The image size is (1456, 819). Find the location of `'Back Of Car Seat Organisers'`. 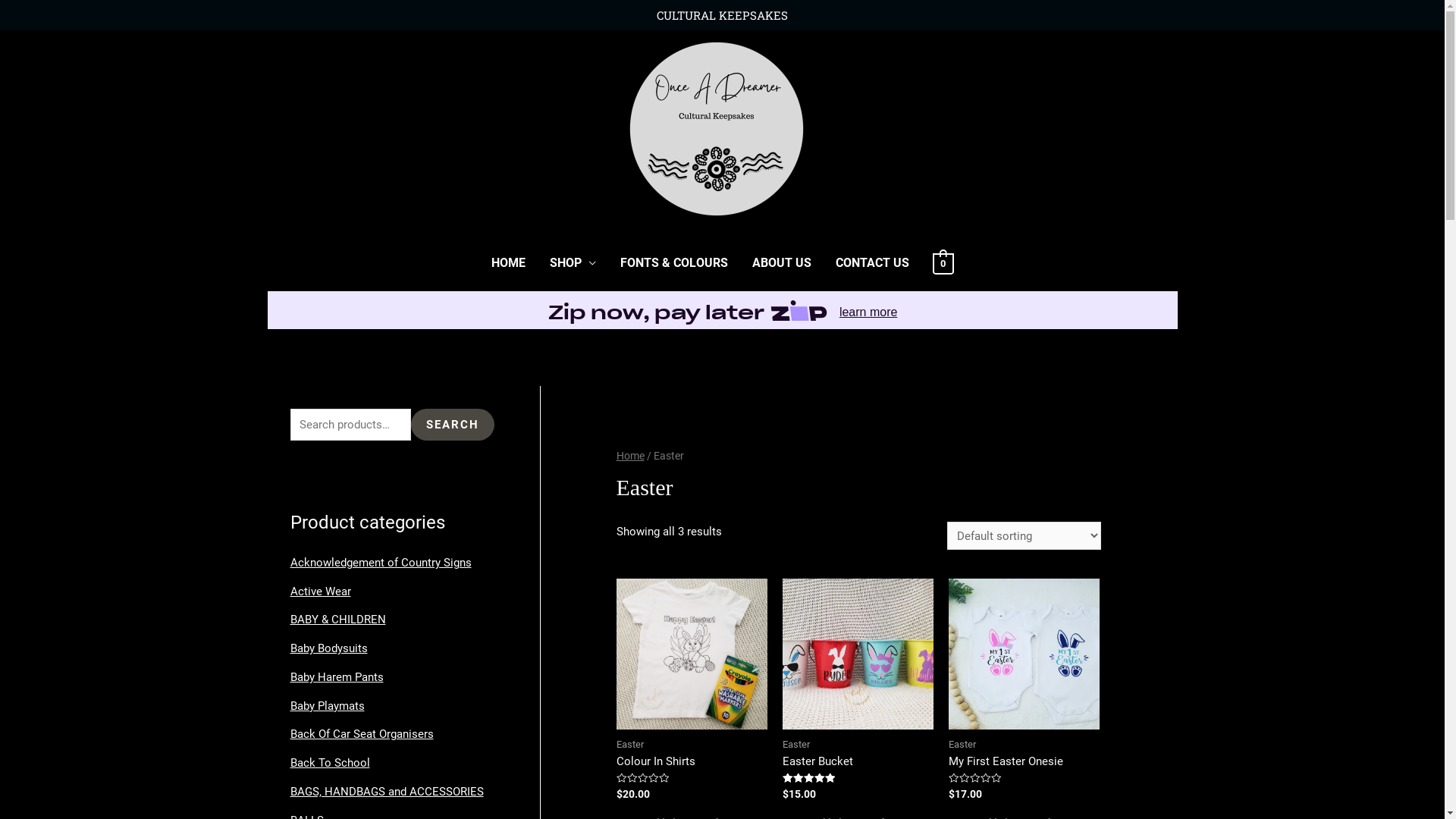

'Back Of Car Seat Organisers' is located at coordinates (360, 733).